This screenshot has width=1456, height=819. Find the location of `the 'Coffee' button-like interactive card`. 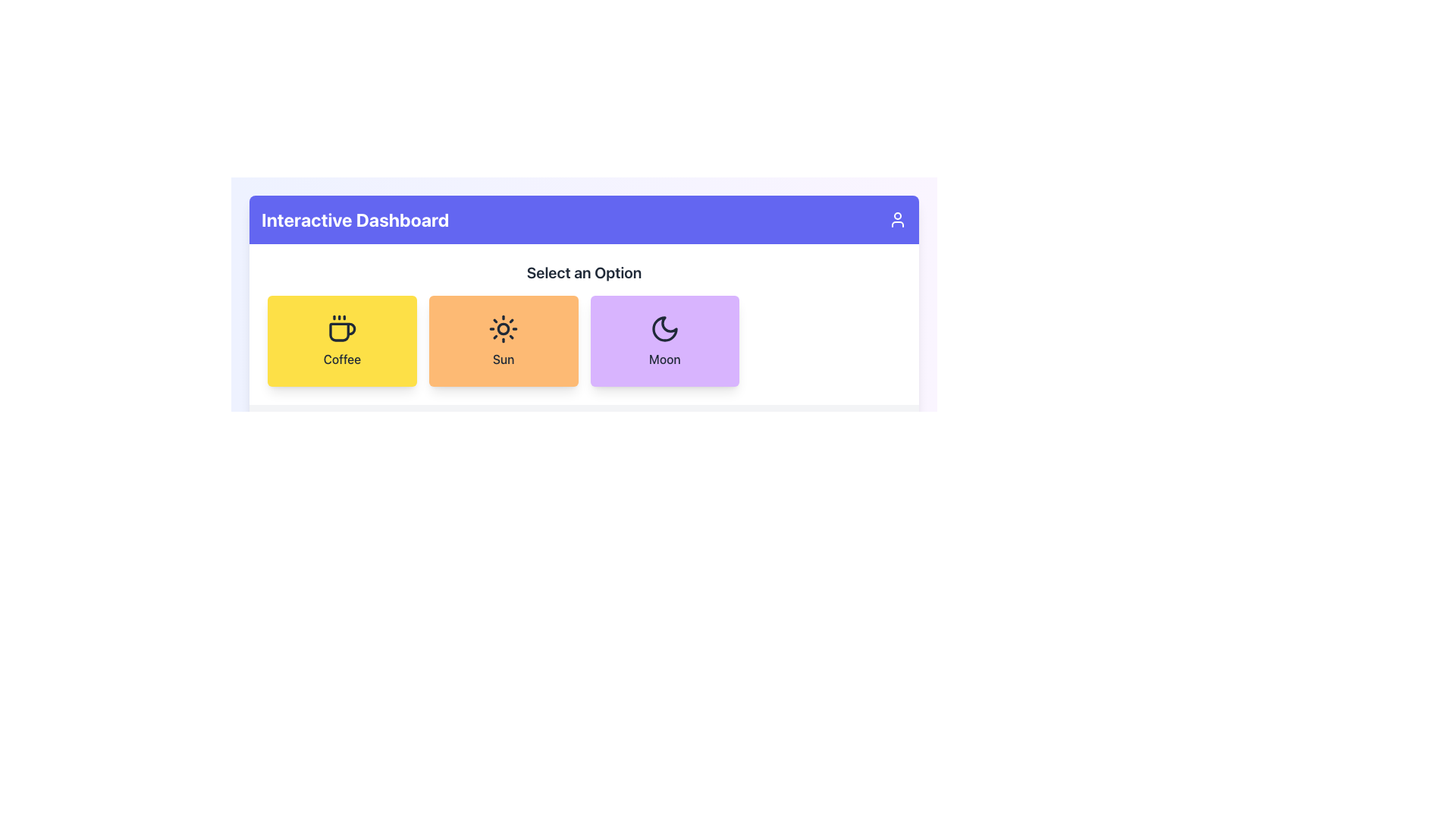

the 'Coffee' button-like interactive card is located at coordinates (341, 341).